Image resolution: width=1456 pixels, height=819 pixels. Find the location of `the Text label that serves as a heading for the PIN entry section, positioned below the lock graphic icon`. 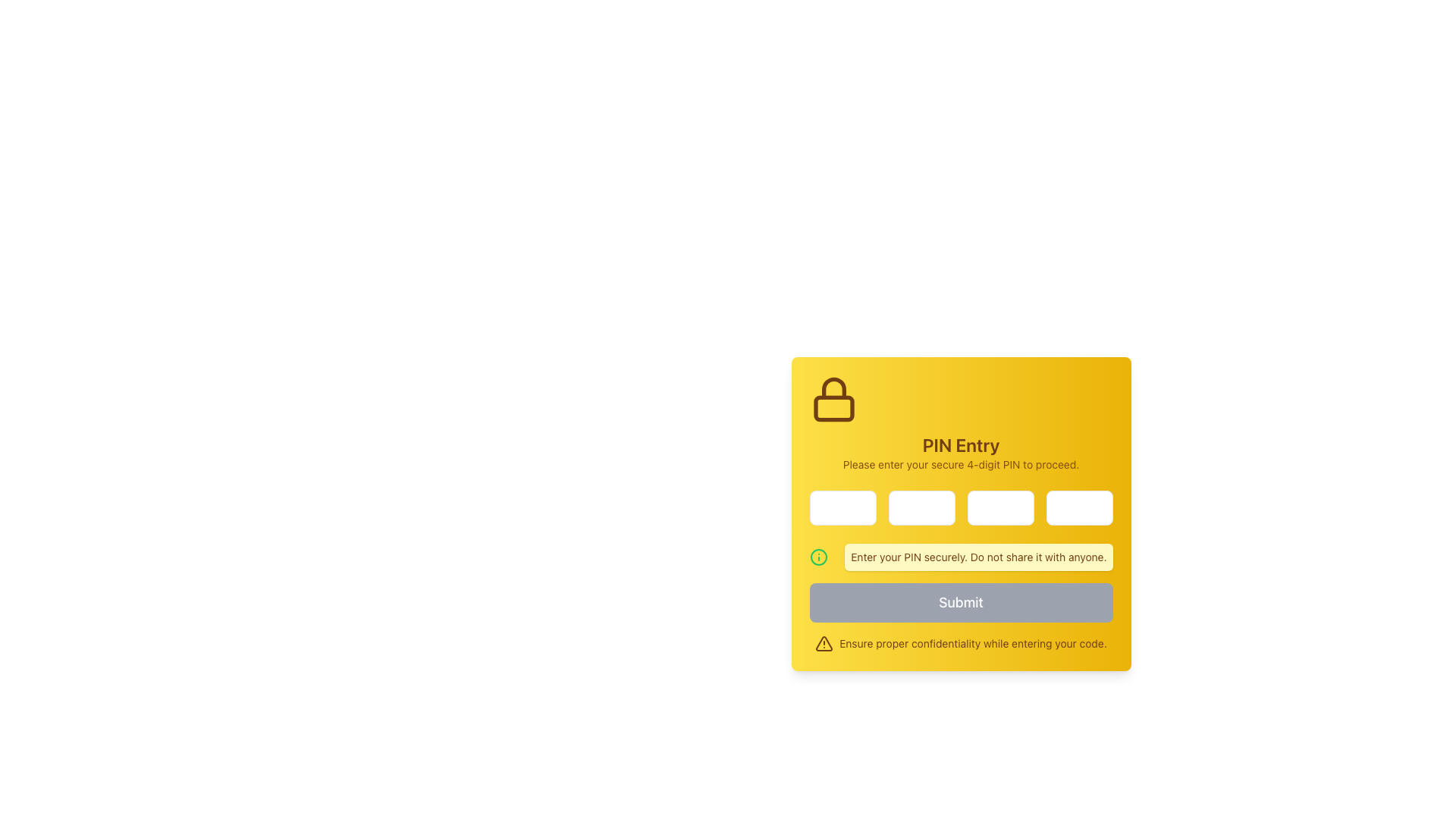

the Text label that serves as a heading for the PIN entry section, positioned below the lock graphic icon is located at coordinates (960, 444).